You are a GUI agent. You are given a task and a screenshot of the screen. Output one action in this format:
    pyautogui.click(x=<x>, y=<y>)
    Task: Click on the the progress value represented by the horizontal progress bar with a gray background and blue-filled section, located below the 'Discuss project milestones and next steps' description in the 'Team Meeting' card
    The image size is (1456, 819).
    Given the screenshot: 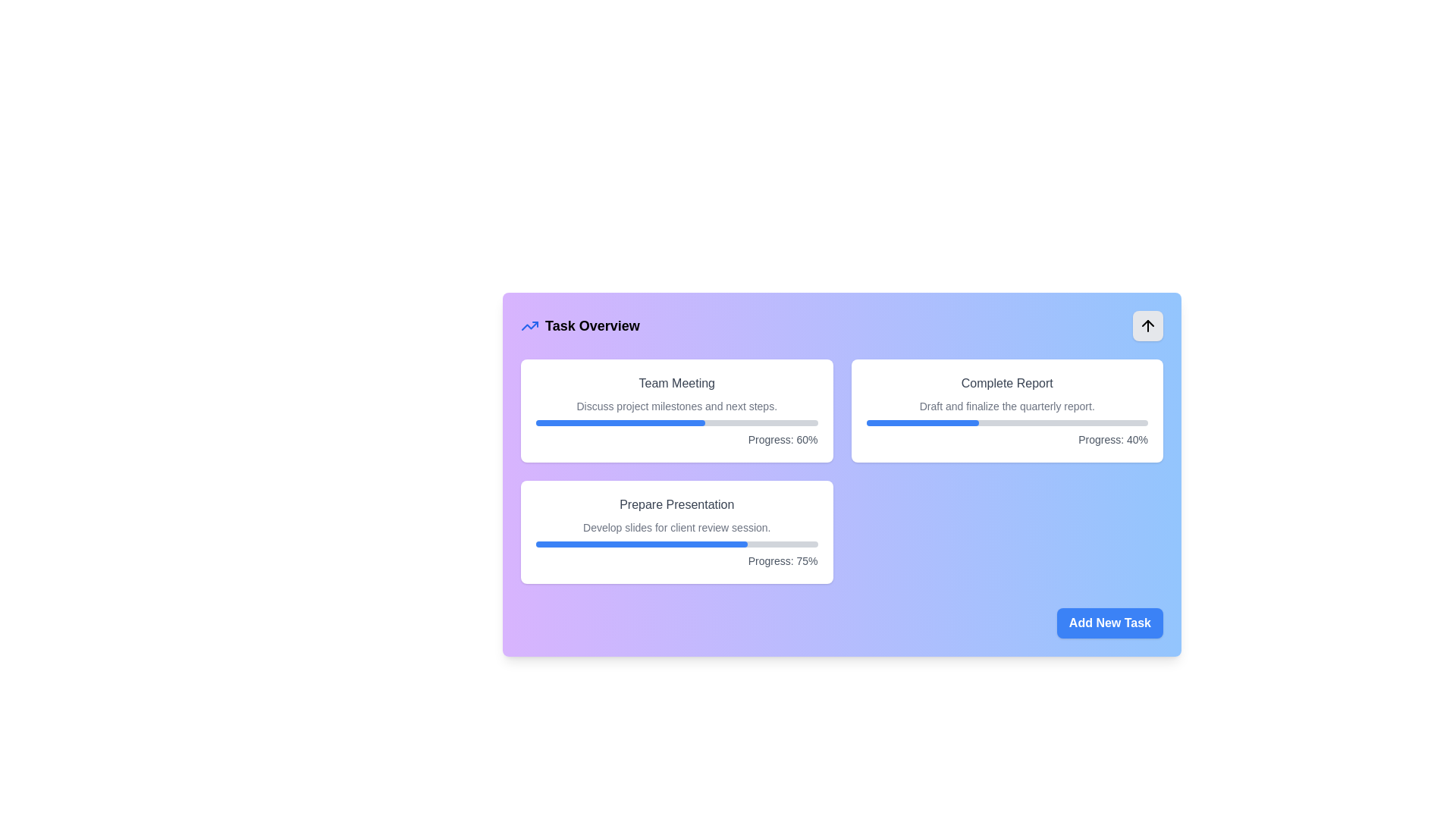 What is the action you would take?
    pyautogui.click(x=676, y=423)
    